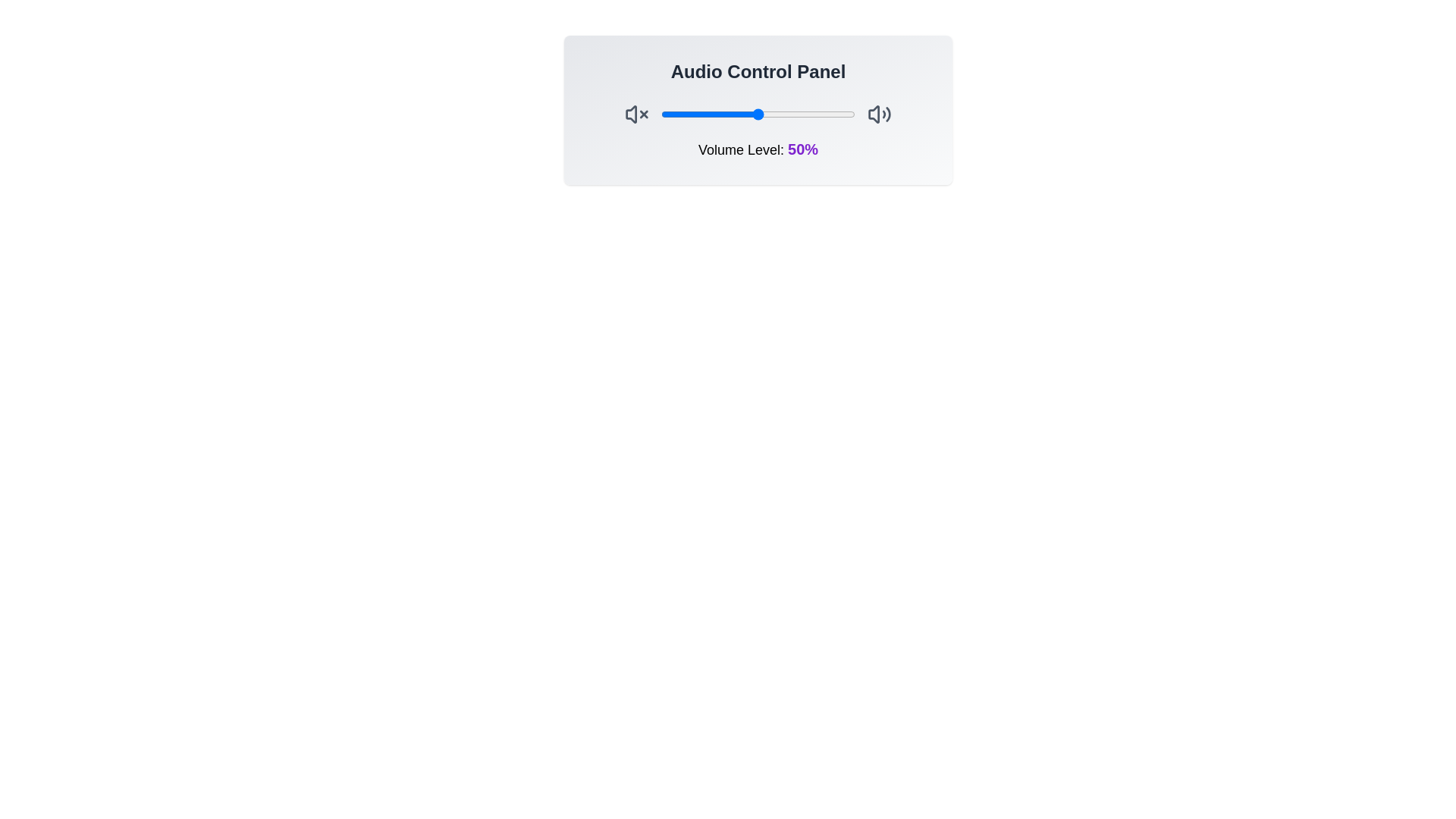 The height and width of the screenshot is (819, 1456). What do you see at coordinates (672, 113) in the screenshot?
I see `volume` at bounding box center [672, 113].